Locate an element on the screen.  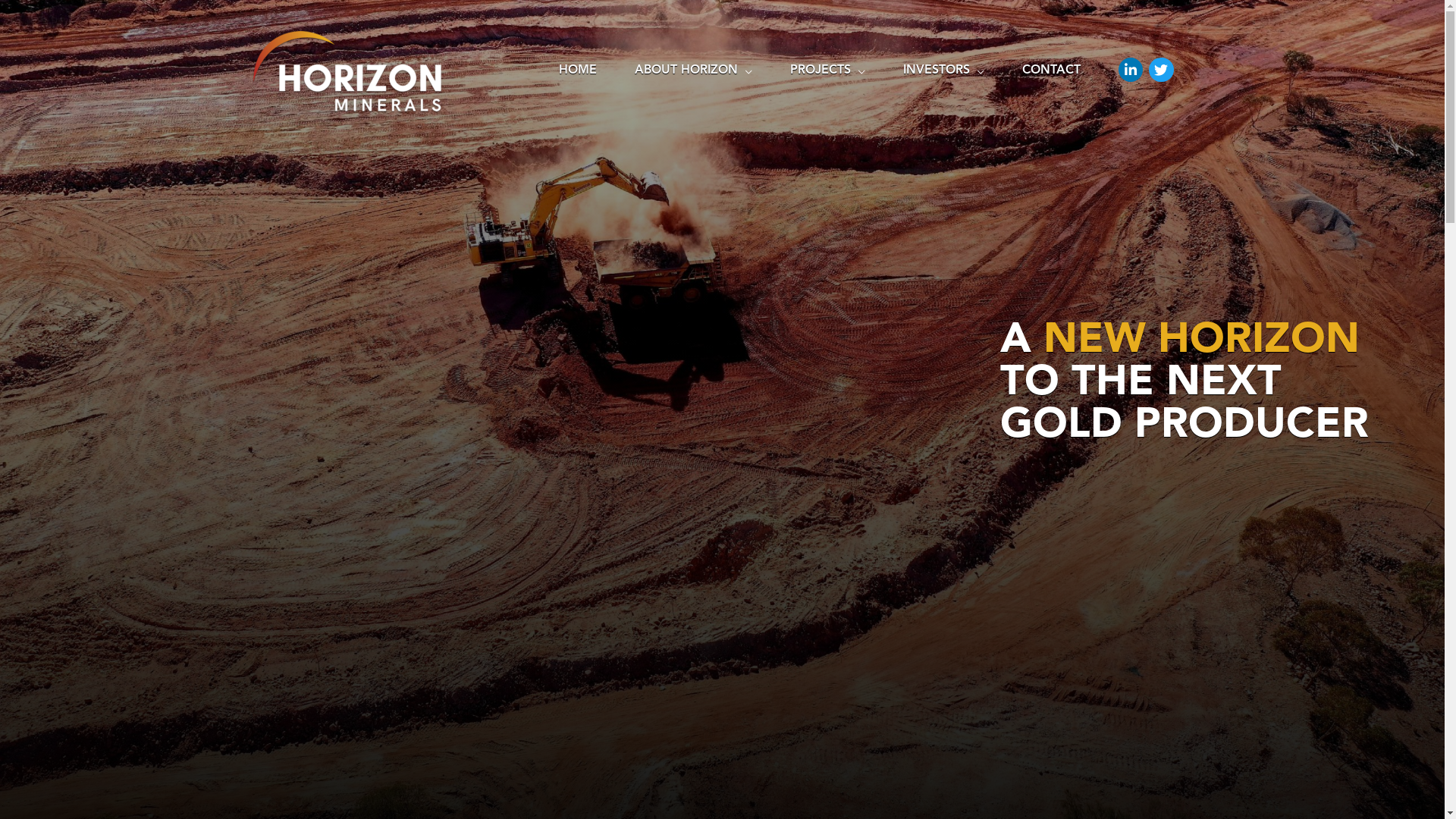
'PROJECTS' is located at coordinates (827, 72).